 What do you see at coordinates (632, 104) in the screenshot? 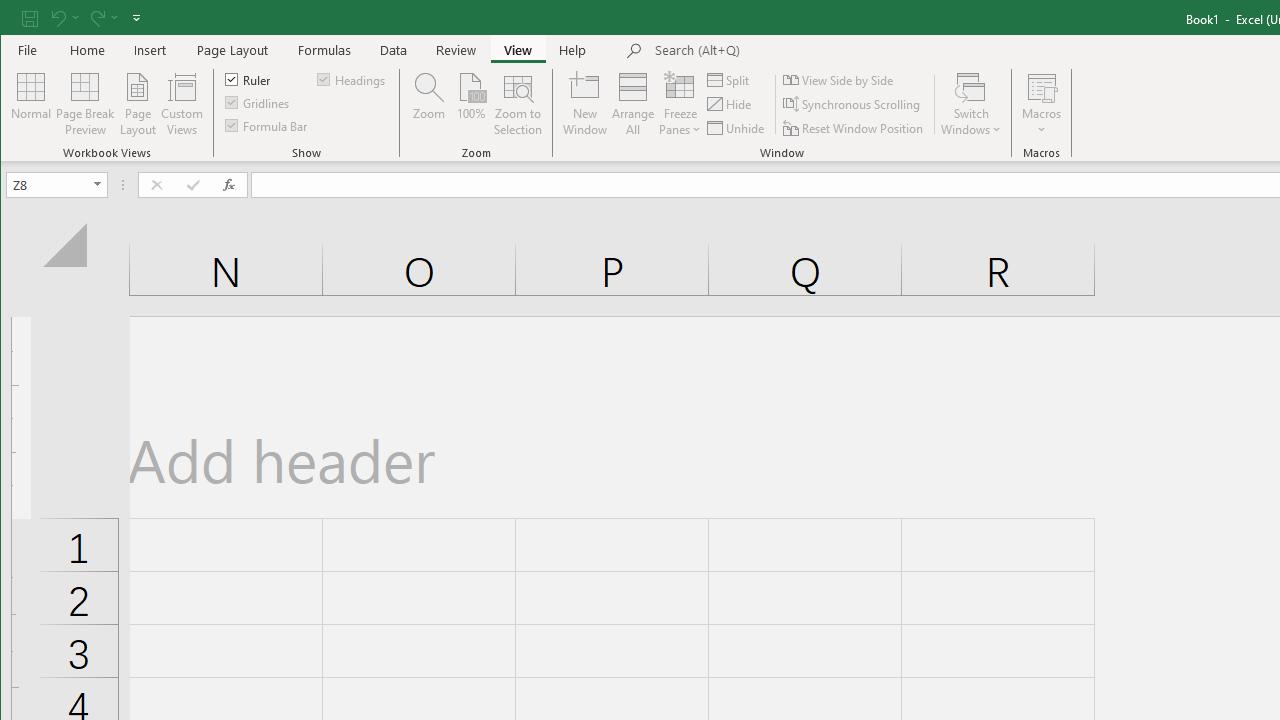
I see `'Arrange All'` at bounding box center [632, 104].